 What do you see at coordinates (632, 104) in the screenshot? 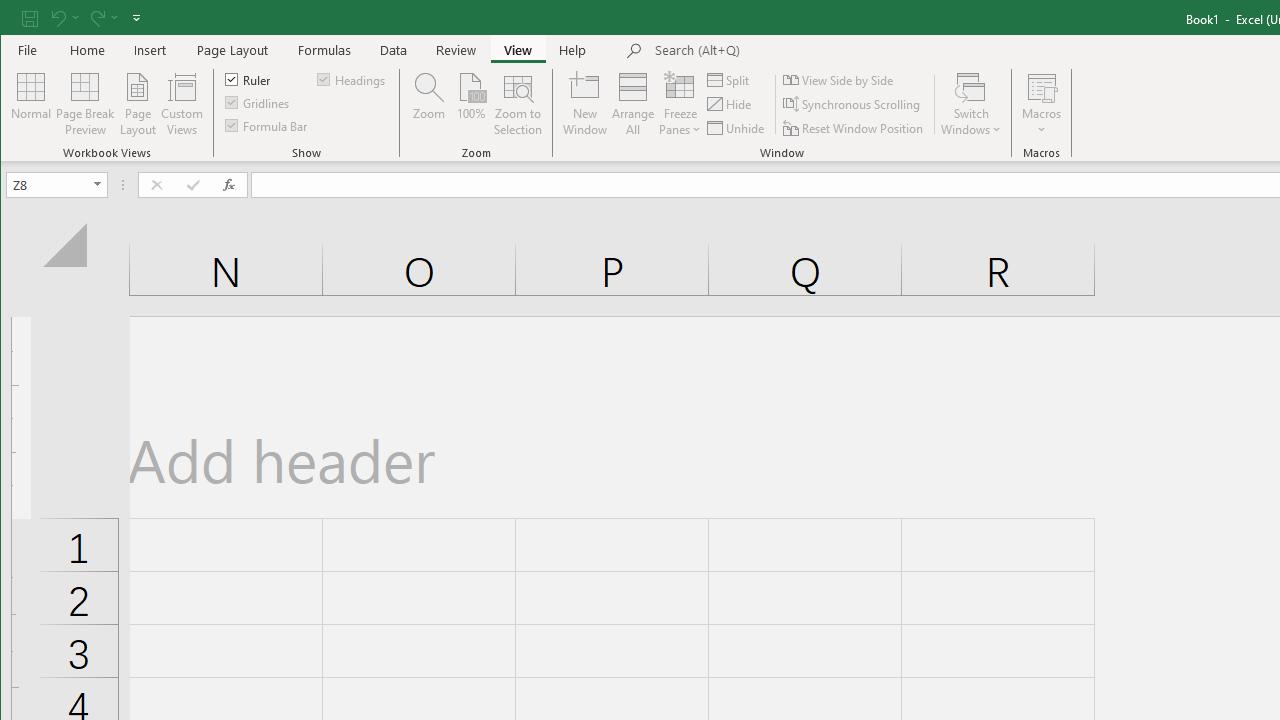
I see `'Arrange All'` at bounding box center [632, 104].